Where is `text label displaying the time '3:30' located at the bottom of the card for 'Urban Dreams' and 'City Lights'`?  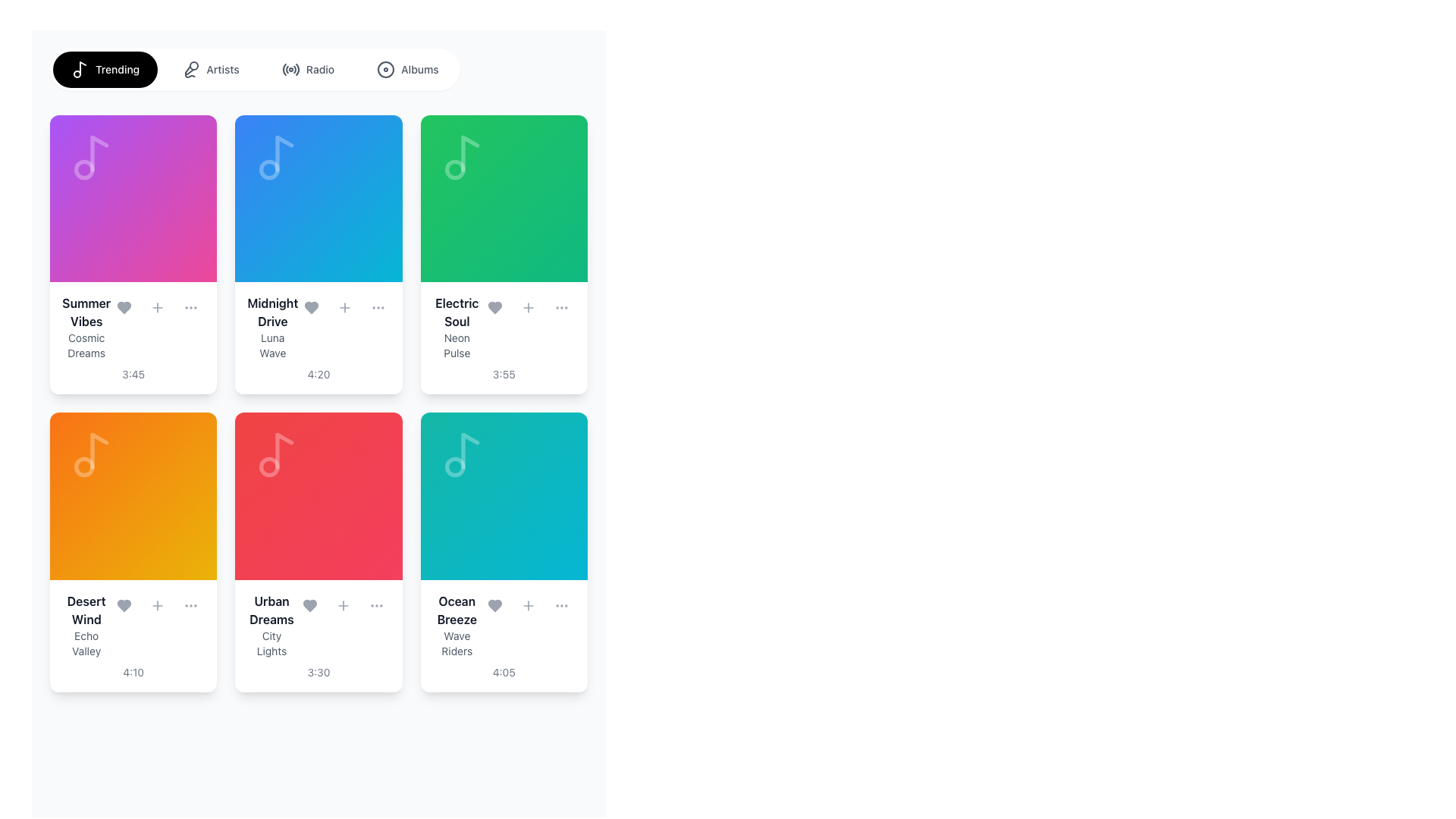 text label displaying the time '3:30' located at the bottom of the card for 'Urban Dreams' and 'City Lights' is located at coordinates (318, 671).